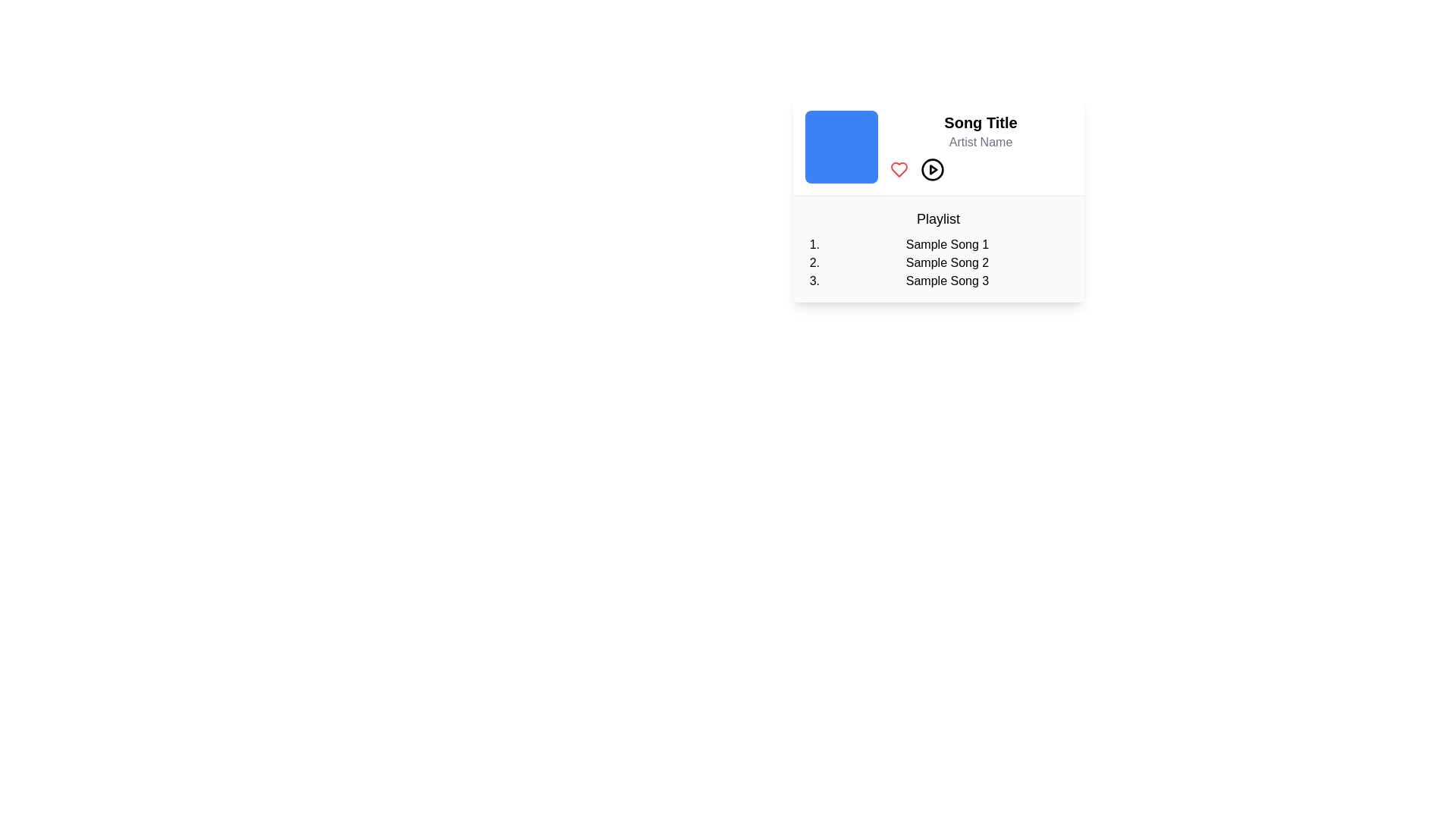 This screenshot has width=1456, height=819. What do you see at coordinates (932, 169) in the screenshot?
I see `the playback button icon to trigger its tooltip, indicating playback functionality for the associated song or album` at bounding box center [932, 169].